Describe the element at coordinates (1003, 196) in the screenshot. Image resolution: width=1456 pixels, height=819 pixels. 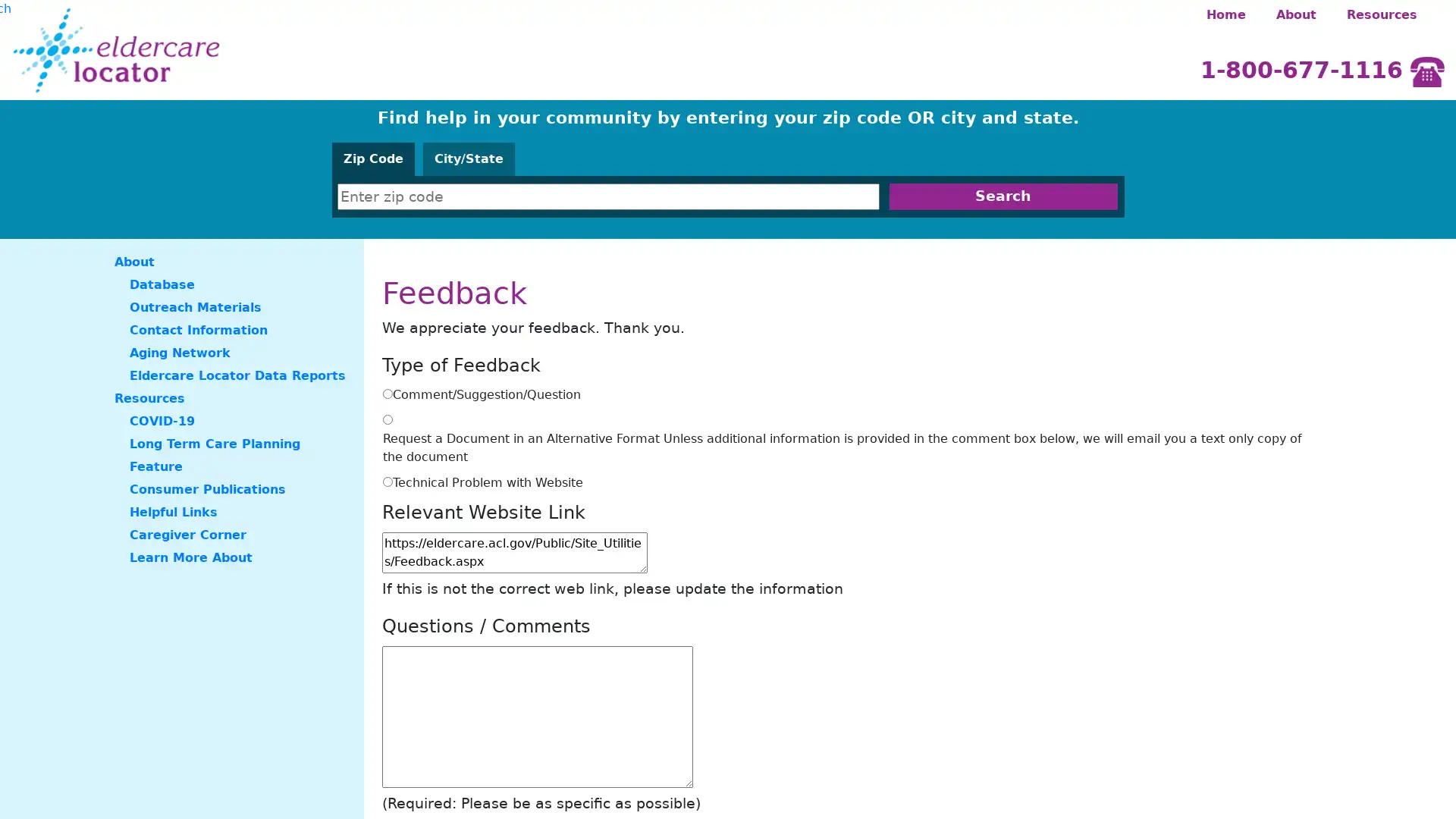
I see `Search` at that location.